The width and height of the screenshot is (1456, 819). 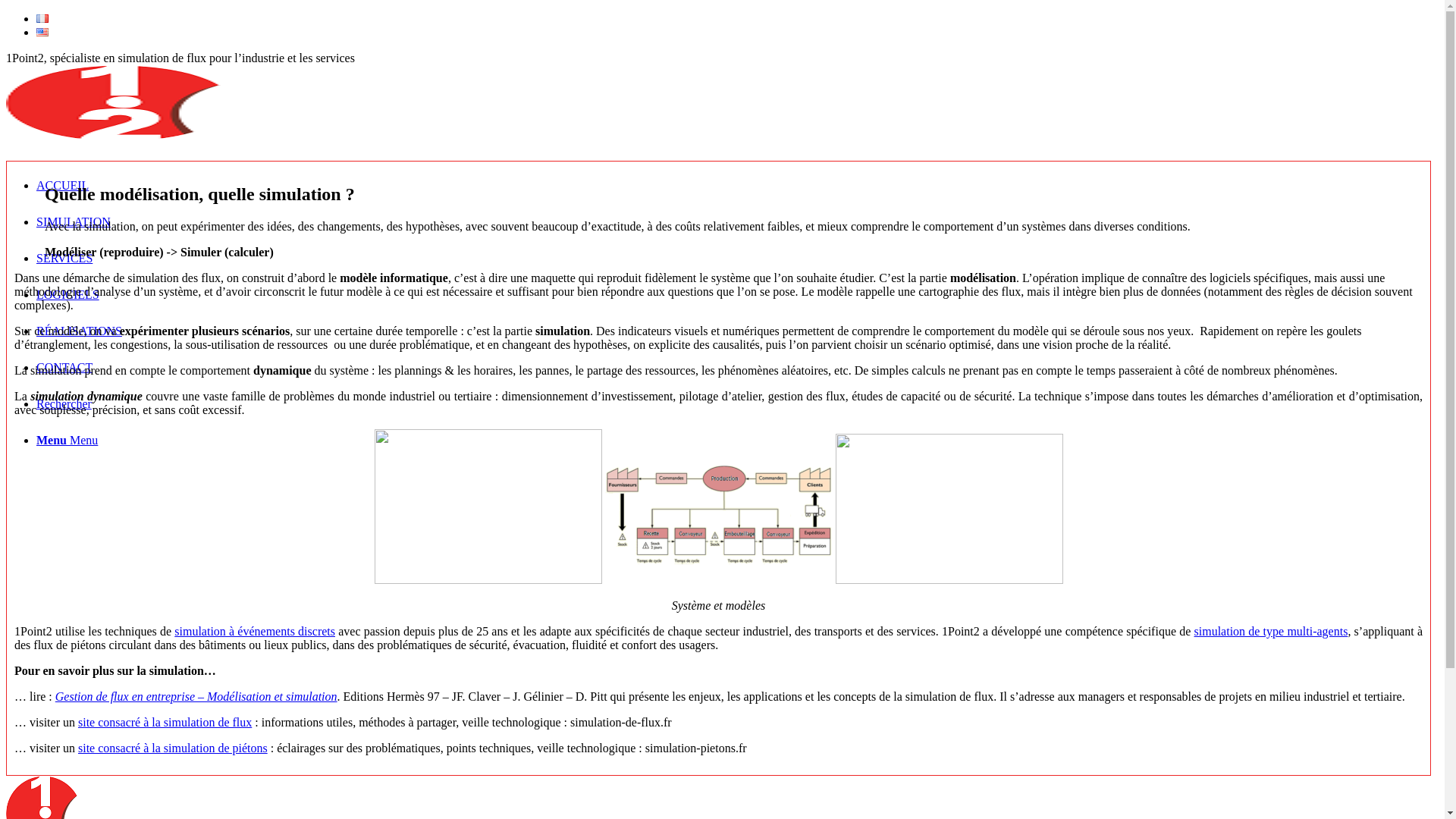 I want to click on 'SERVICES', so click(x=64, y=257).